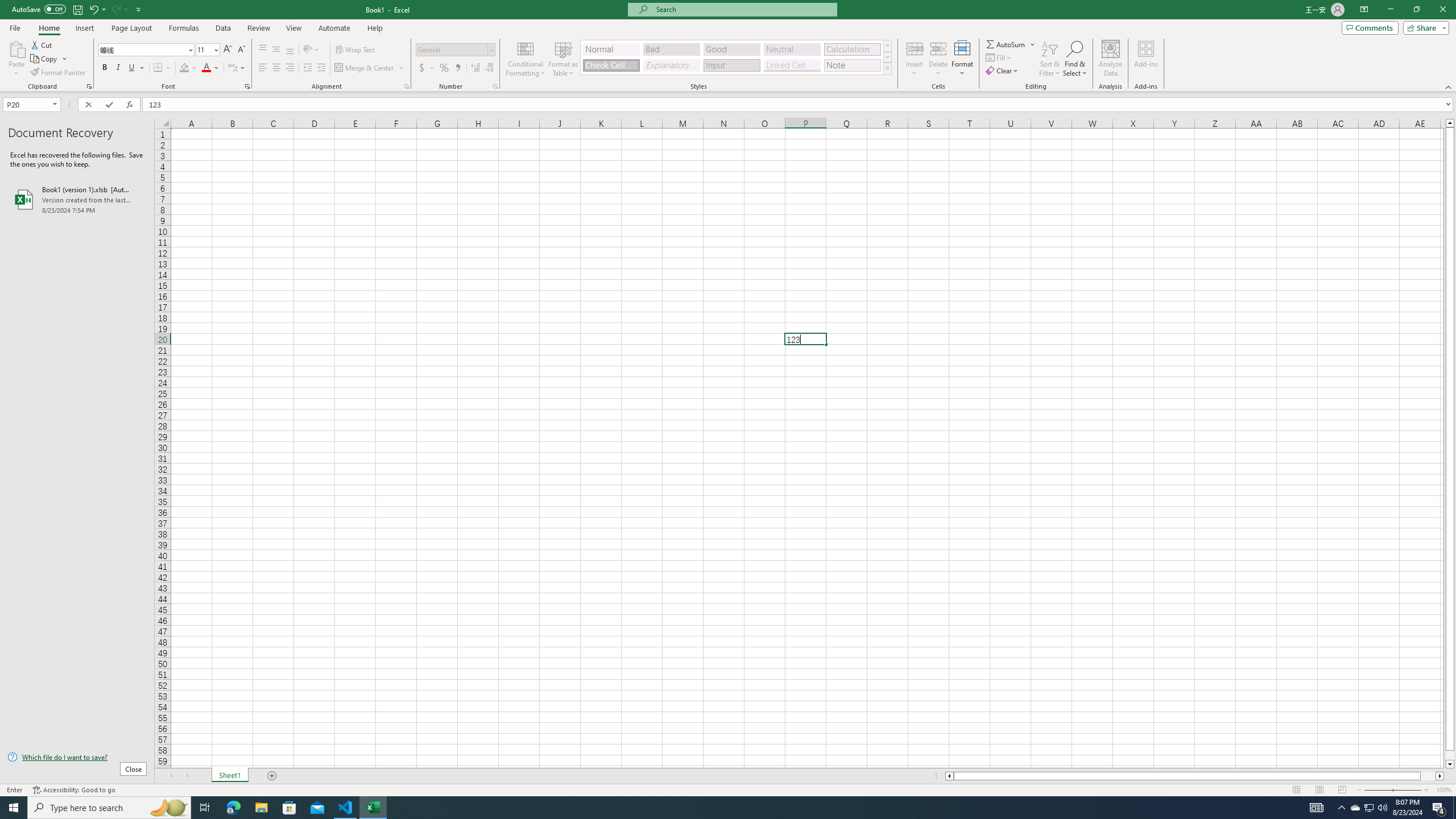 Image resolution: width=1456 pixels, height=819 pixels. Describe the element at coordinates (611, 65) in the screenshot. I see `'Check Cell'` at that location.